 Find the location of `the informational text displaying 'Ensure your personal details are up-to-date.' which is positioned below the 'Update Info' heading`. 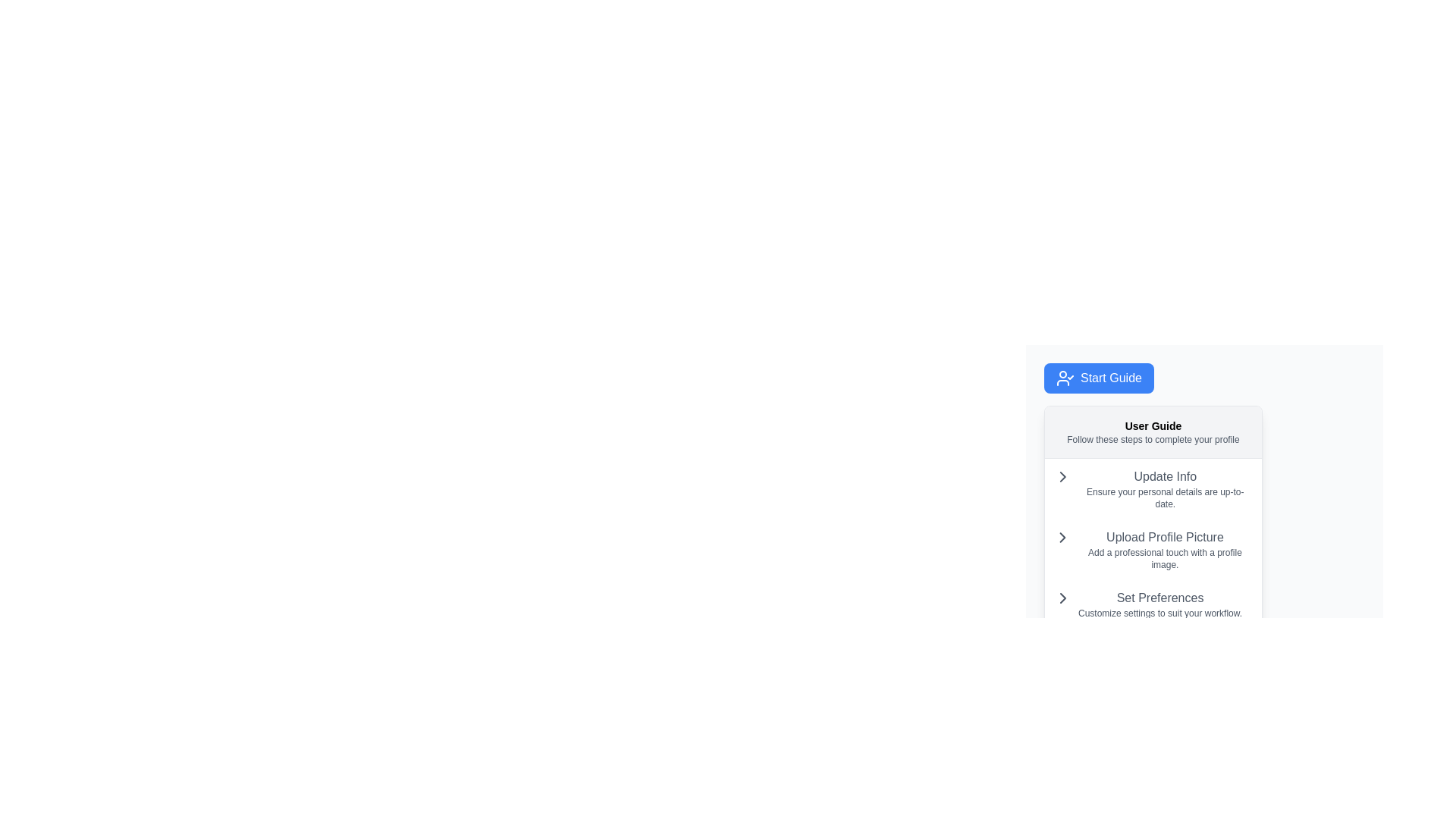

the informational text displaying 'Ensure your personal details are up-to-date.' which is positioned below the 'Update Info' heading is located at coordinates (1164, 497).